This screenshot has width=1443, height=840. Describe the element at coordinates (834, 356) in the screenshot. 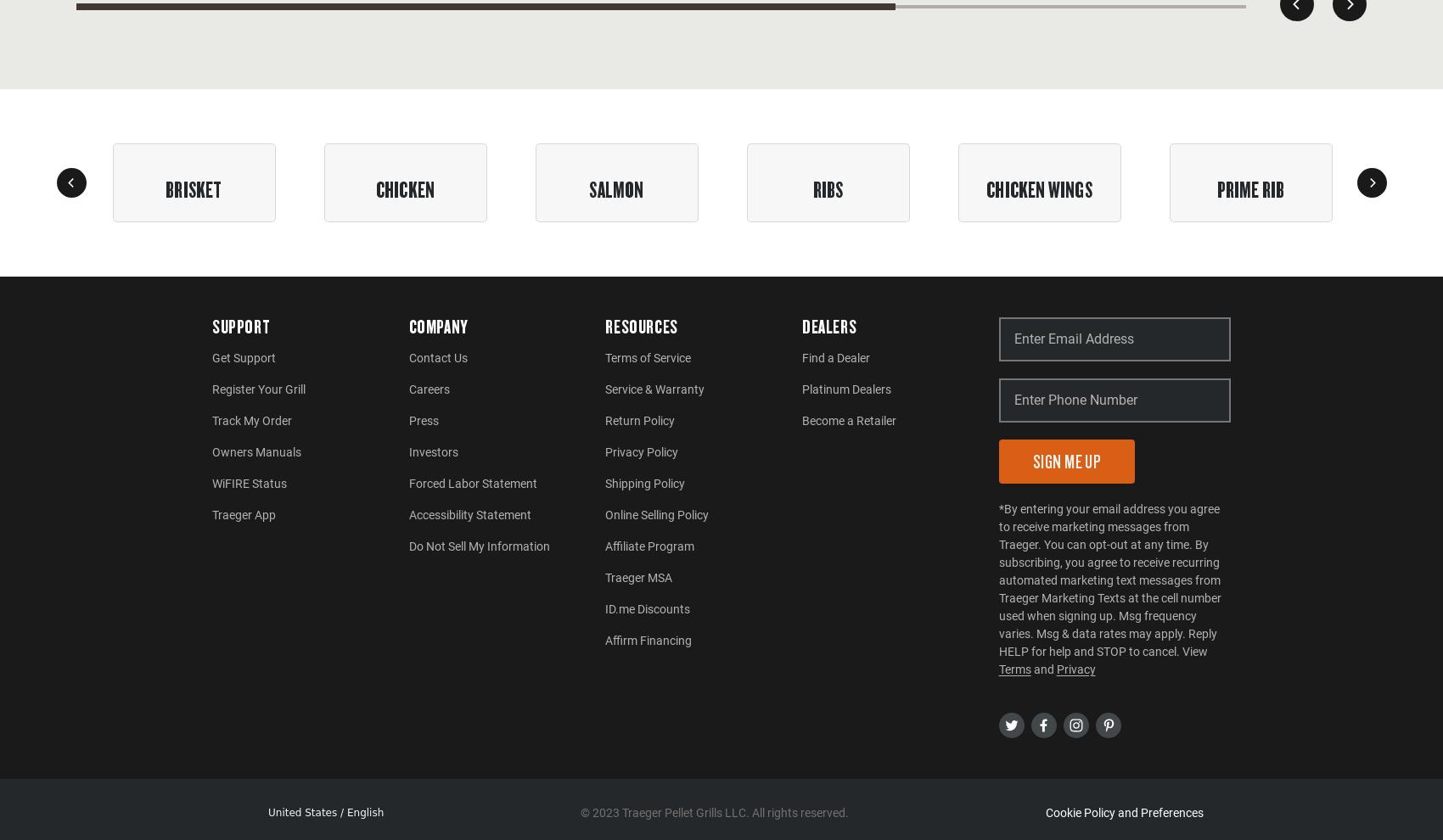

I see `'Find a Dealer'` at that location.